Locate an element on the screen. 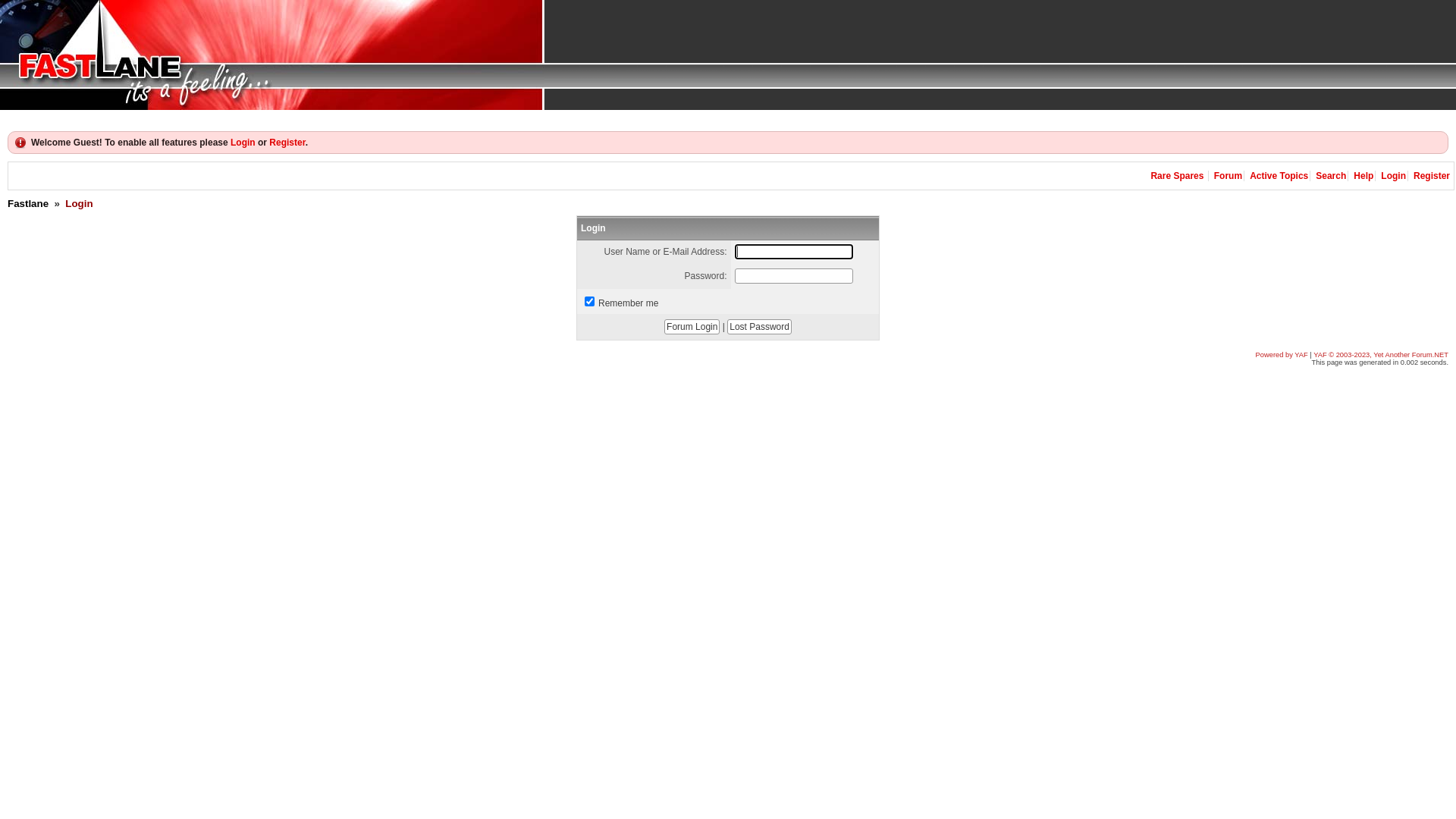  'Fastlane' is located at coordinates (28, 202).